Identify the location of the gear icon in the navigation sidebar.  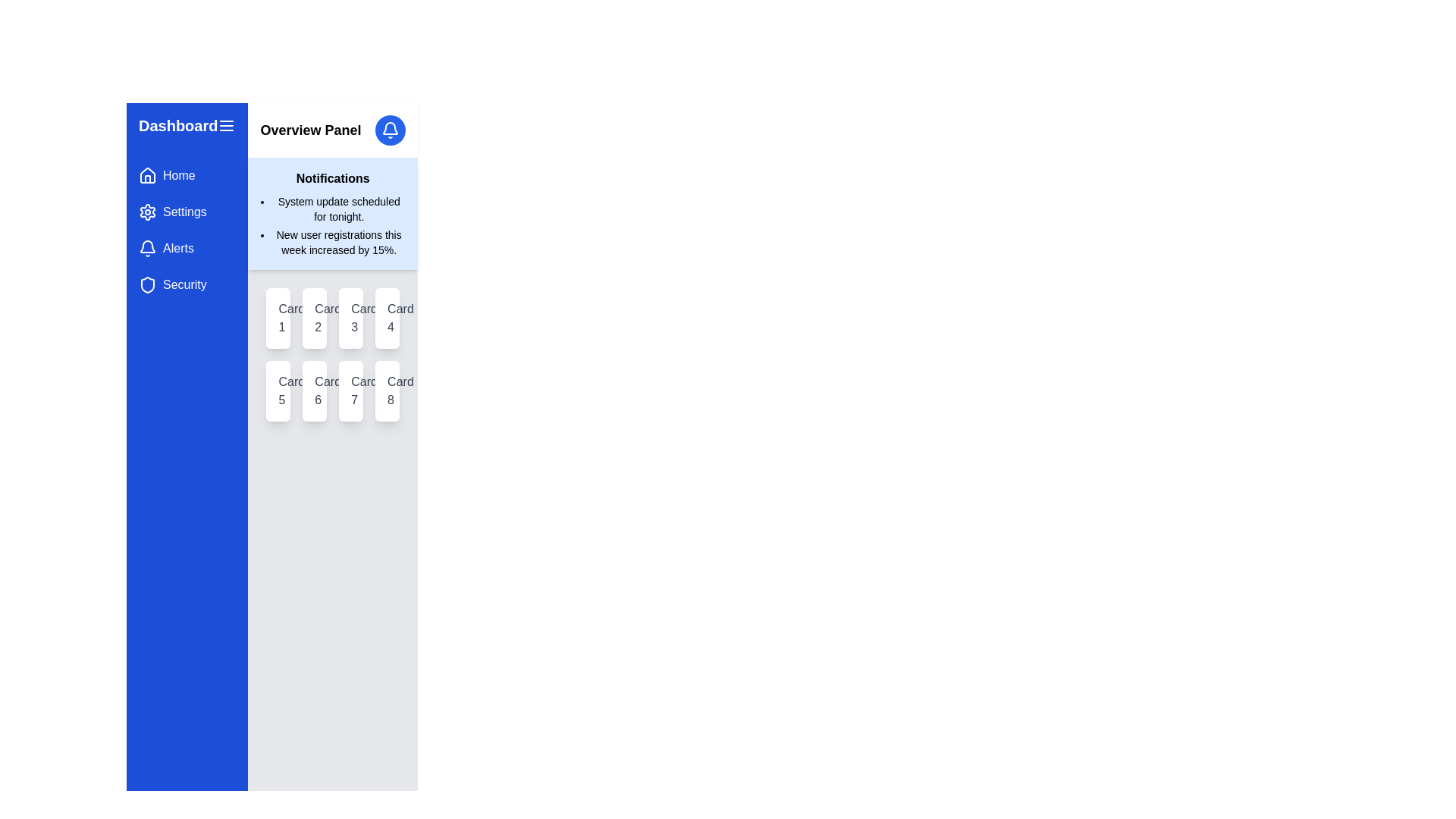
(148, 212).